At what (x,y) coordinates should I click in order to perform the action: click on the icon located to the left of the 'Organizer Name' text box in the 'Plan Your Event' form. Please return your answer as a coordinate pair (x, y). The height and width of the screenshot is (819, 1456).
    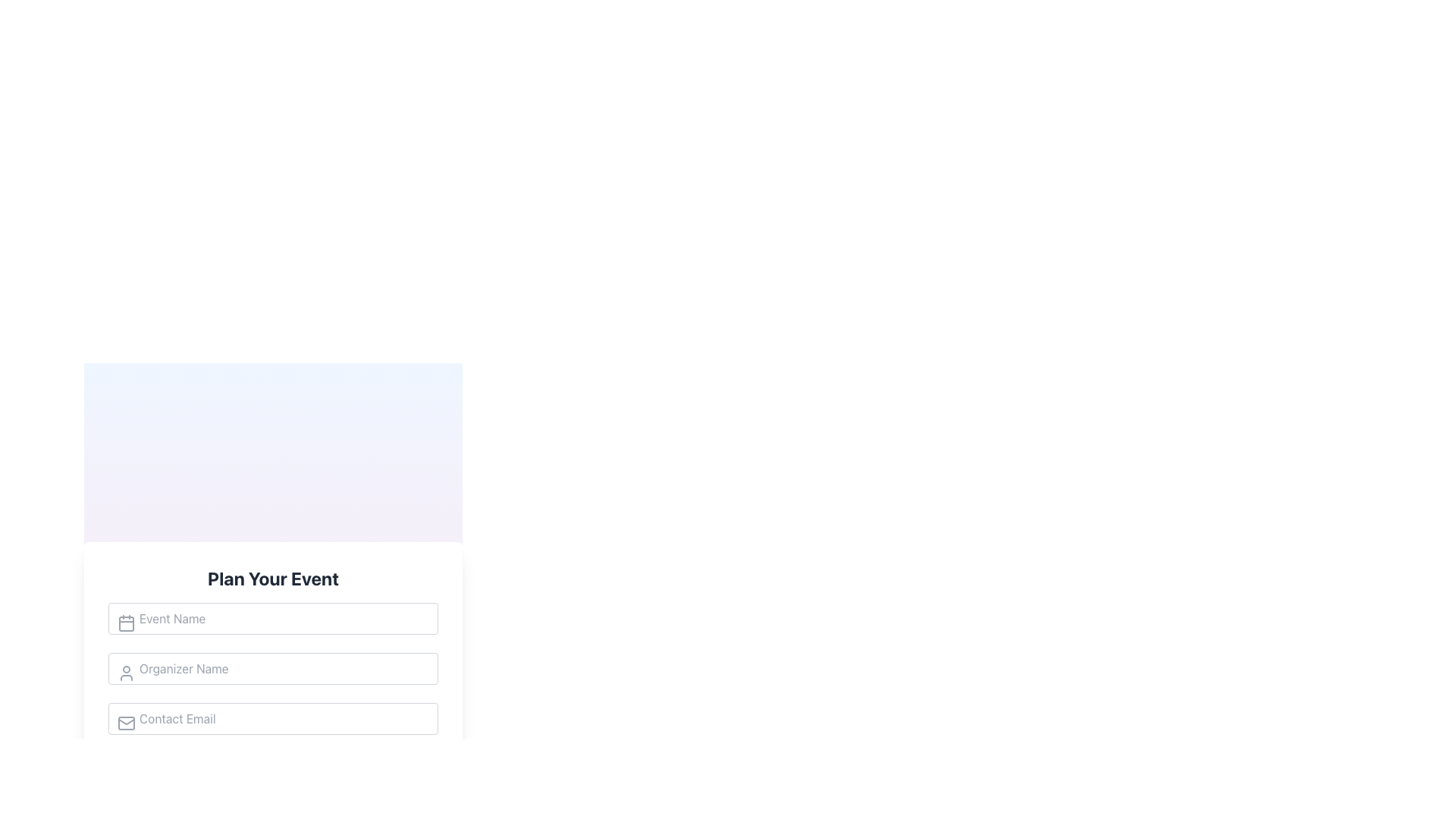
    Looking at the image, I should click on (127, 672).